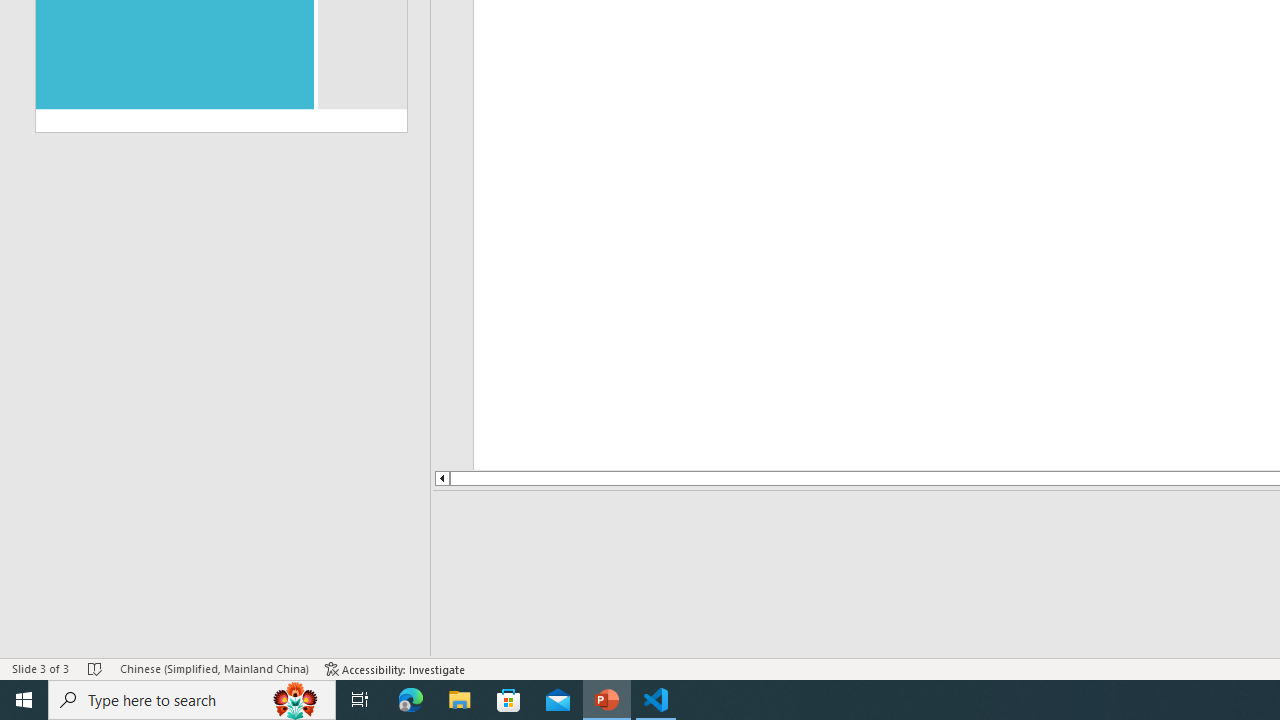 The image size is (1280, 720). I want to click on 'Spell Check No Errors', so click(95, 669).